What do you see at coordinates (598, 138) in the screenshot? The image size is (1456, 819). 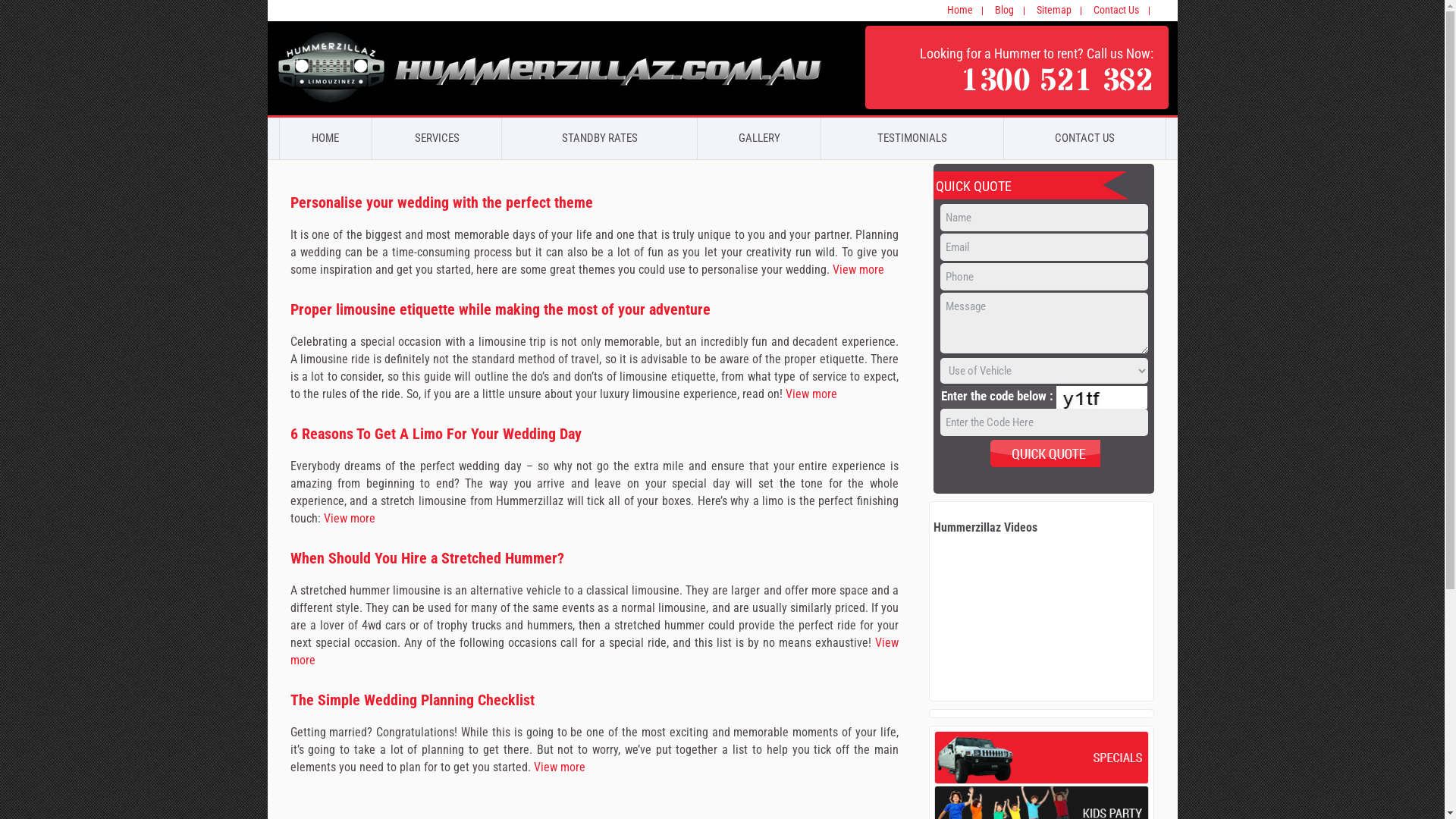 I see `'STANDBY RATES'` at bounding box center [598, 138].